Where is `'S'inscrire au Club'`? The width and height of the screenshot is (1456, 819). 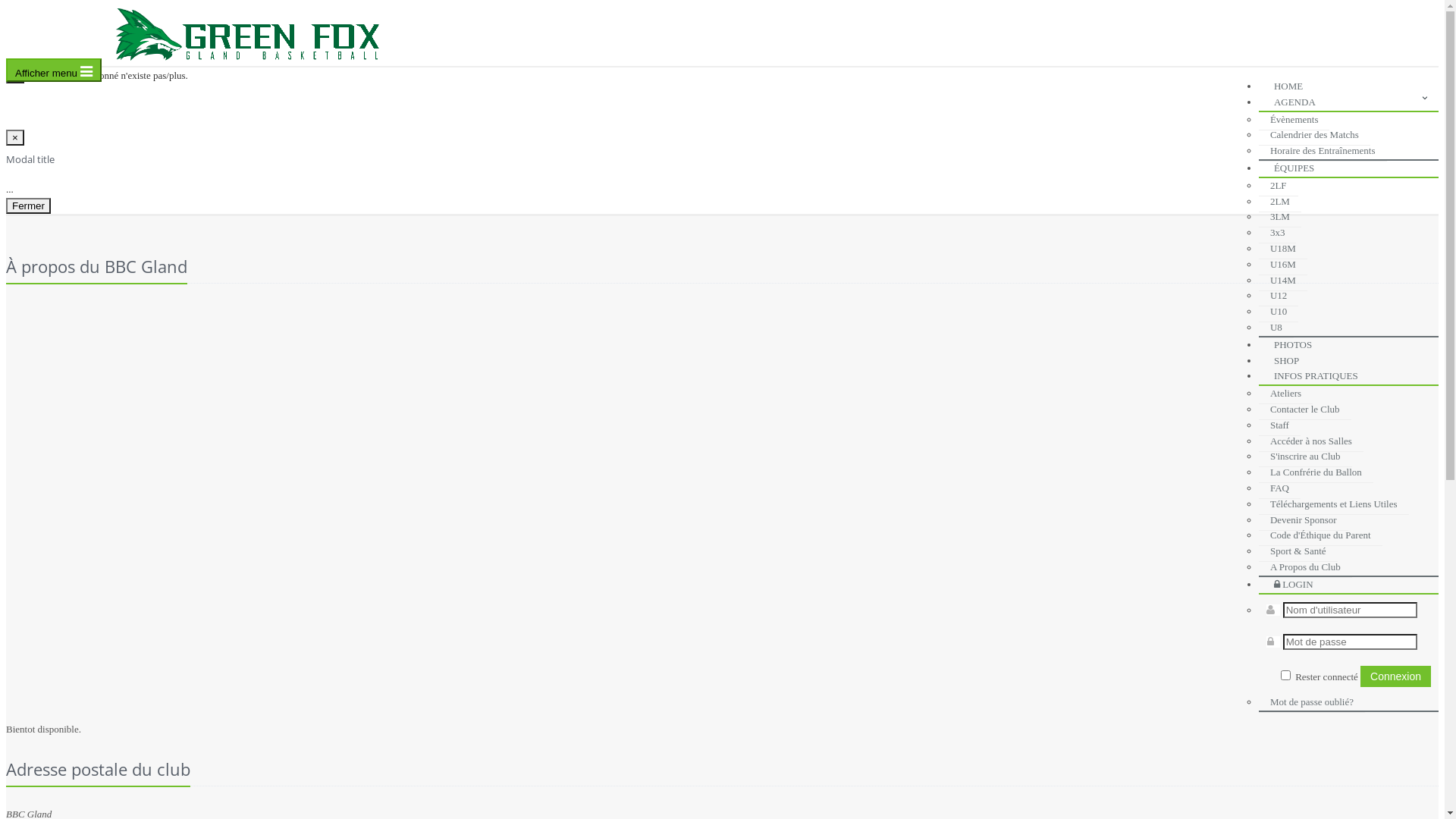 'S'inscrire au Club' is located at coordinates (1304, 455).